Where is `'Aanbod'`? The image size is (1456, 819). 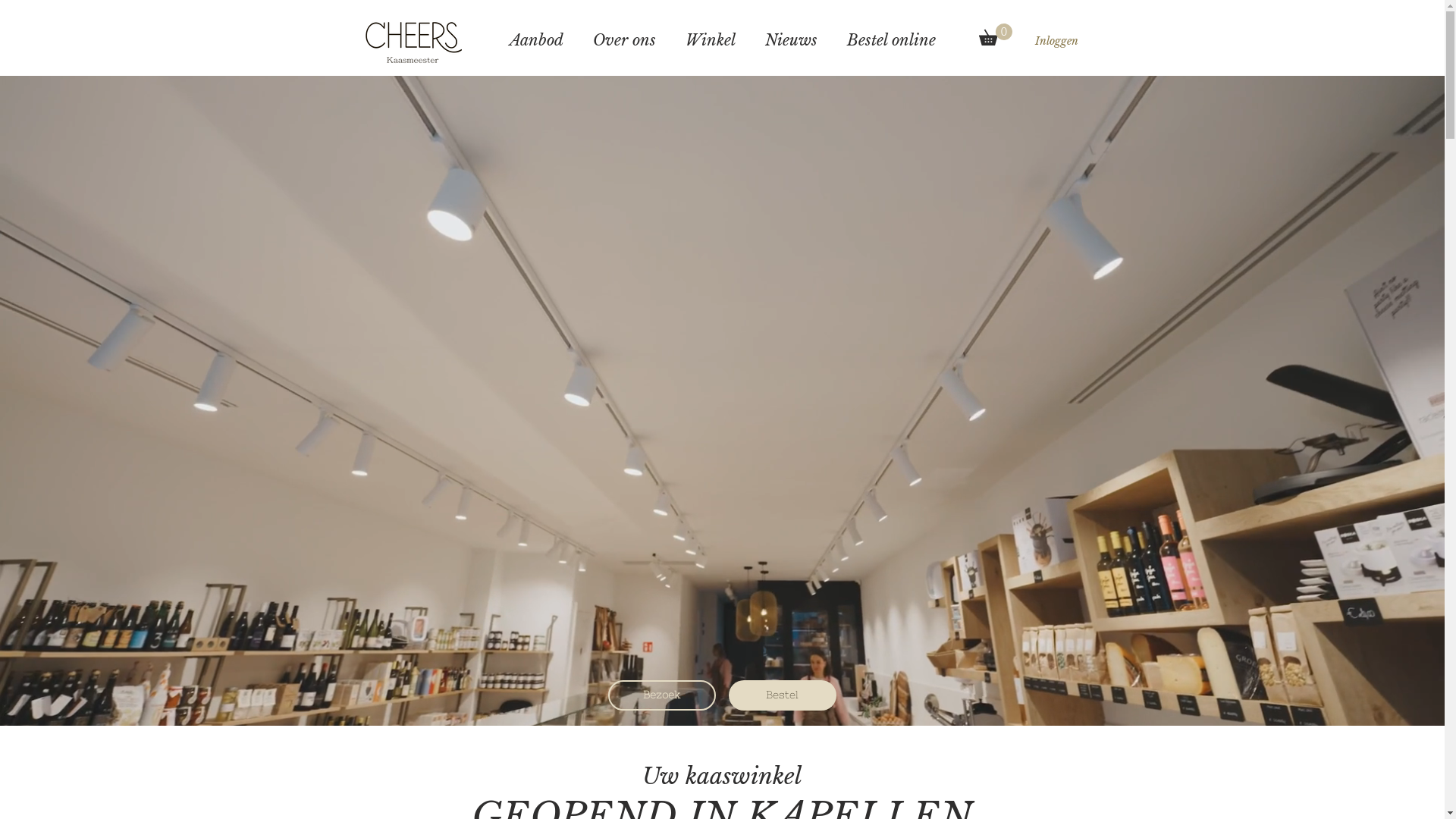 'Aanbod' is located at coordinates (536, 39).